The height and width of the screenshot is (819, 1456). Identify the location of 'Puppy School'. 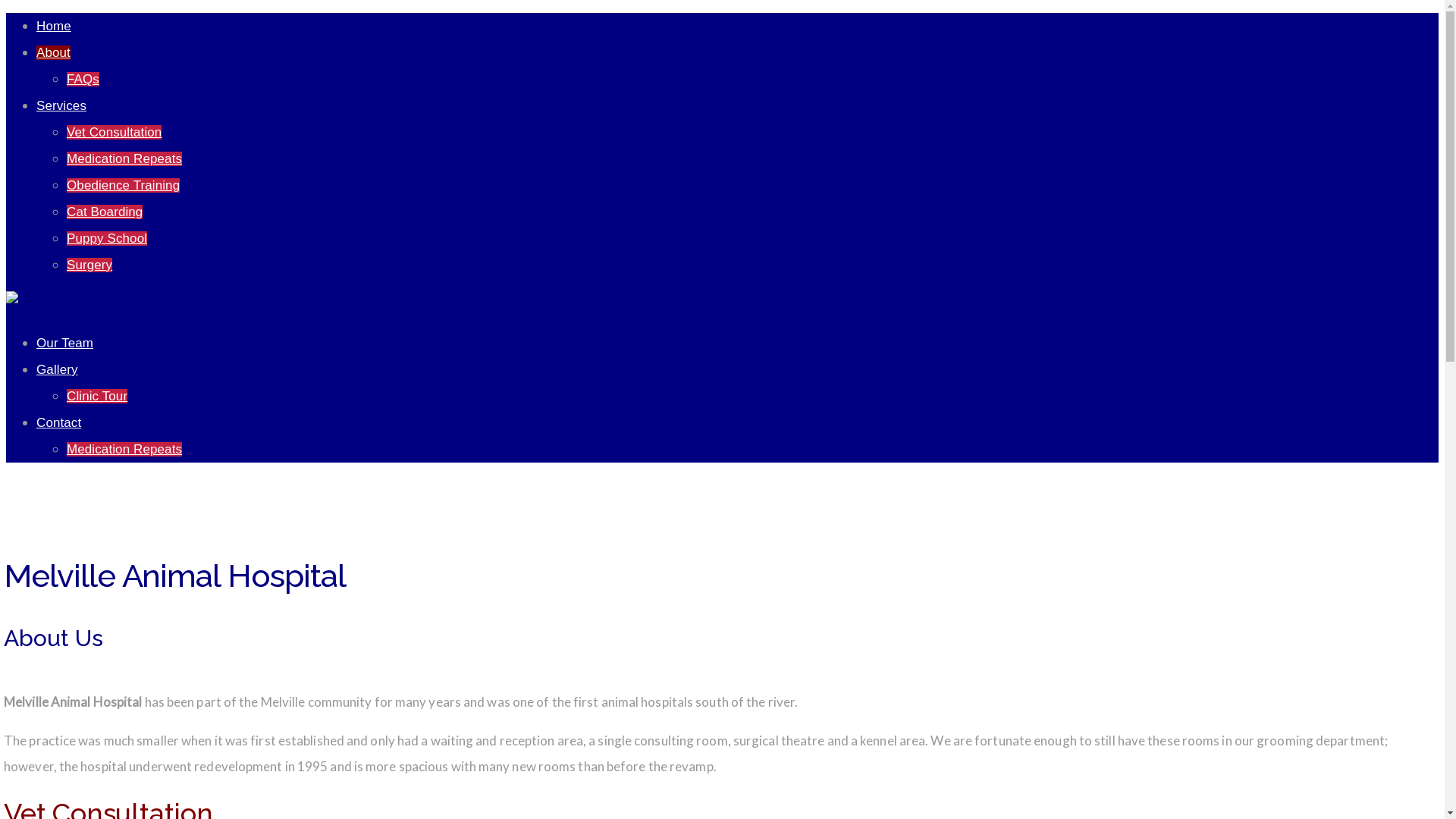
(105, 238).